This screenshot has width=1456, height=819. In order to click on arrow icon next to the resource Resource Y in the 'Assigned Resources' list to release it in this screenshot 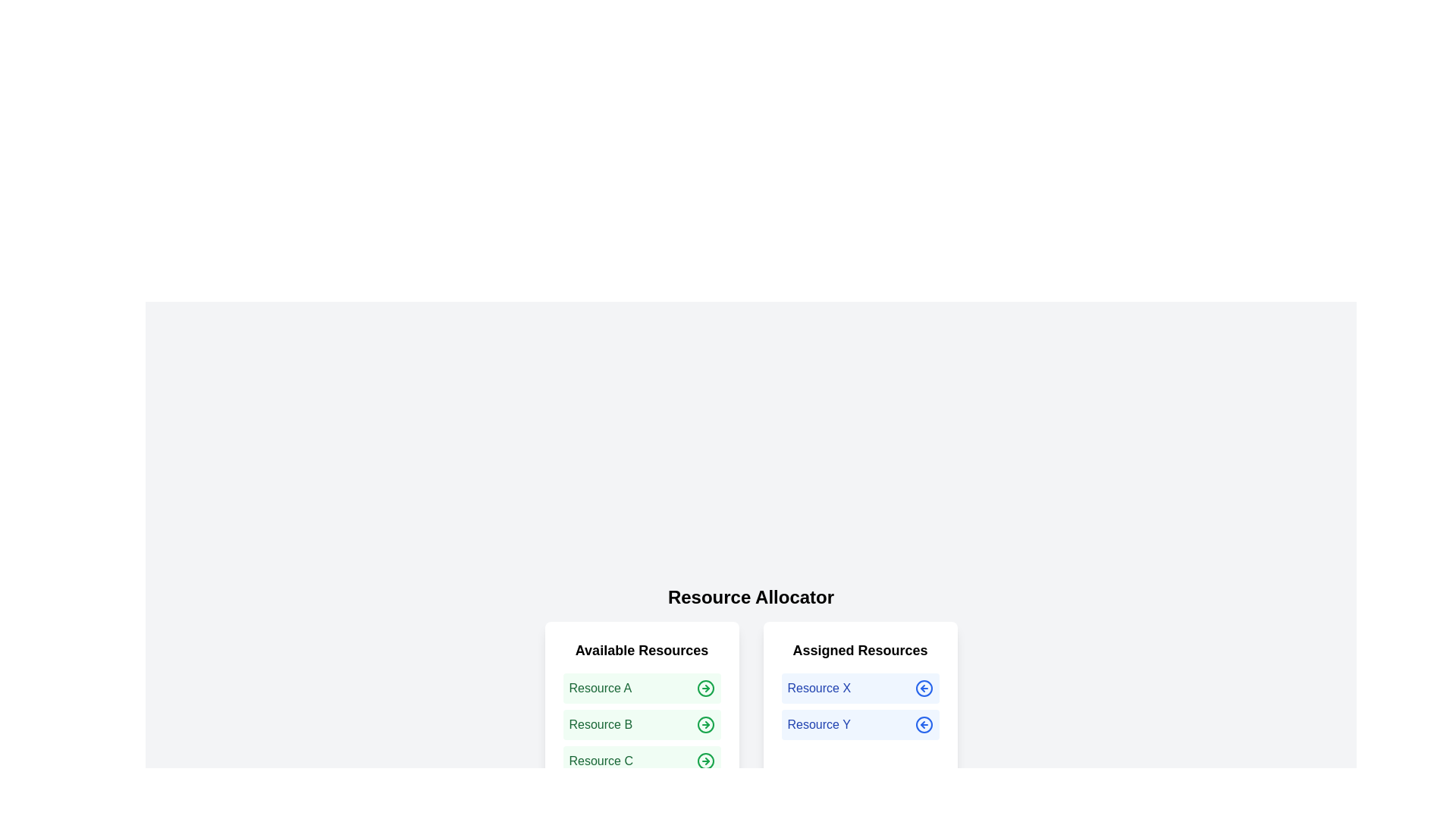, I will do `click(923, 724)`.